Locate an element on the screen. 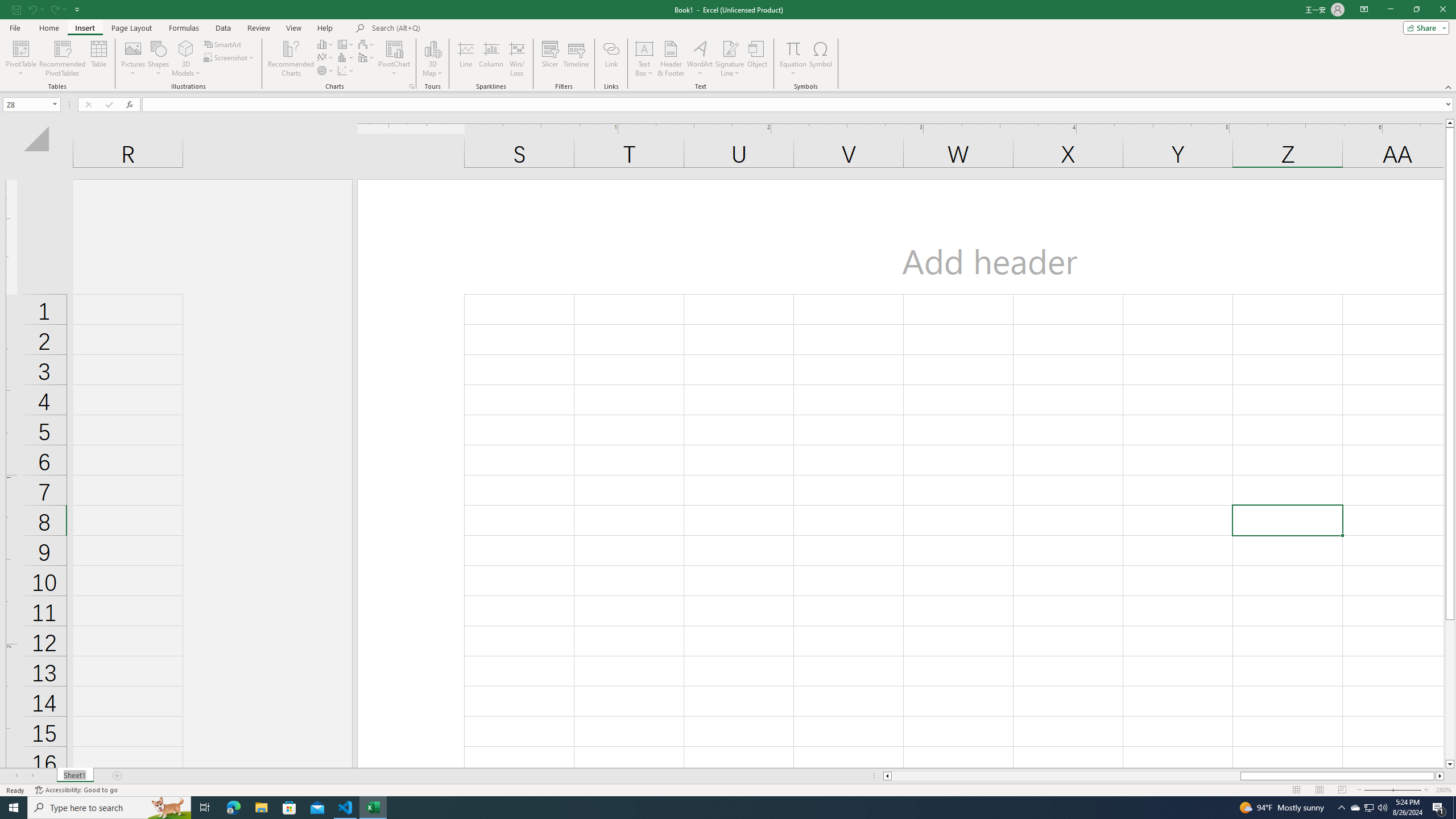 This screenshot has height=819, width=1456. 'Insert Column or Bar Chart' is located at coordinates (325, 44).